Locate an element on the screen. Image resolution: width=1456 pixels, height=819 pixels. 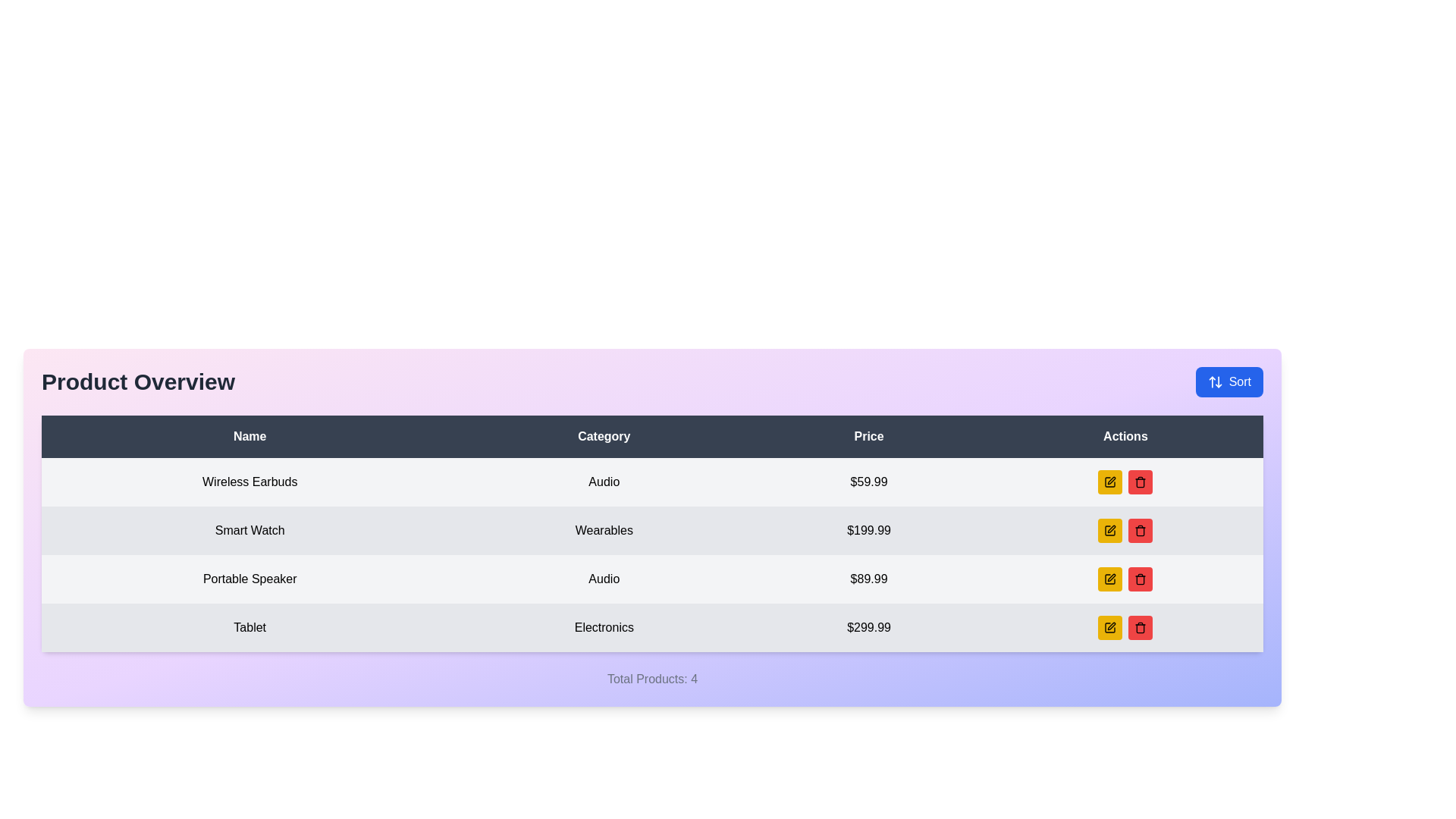
the 'edit' icon button located in the 'Actions' column of the table for the 'Tablet' item is located at coordinates (1111, 480).